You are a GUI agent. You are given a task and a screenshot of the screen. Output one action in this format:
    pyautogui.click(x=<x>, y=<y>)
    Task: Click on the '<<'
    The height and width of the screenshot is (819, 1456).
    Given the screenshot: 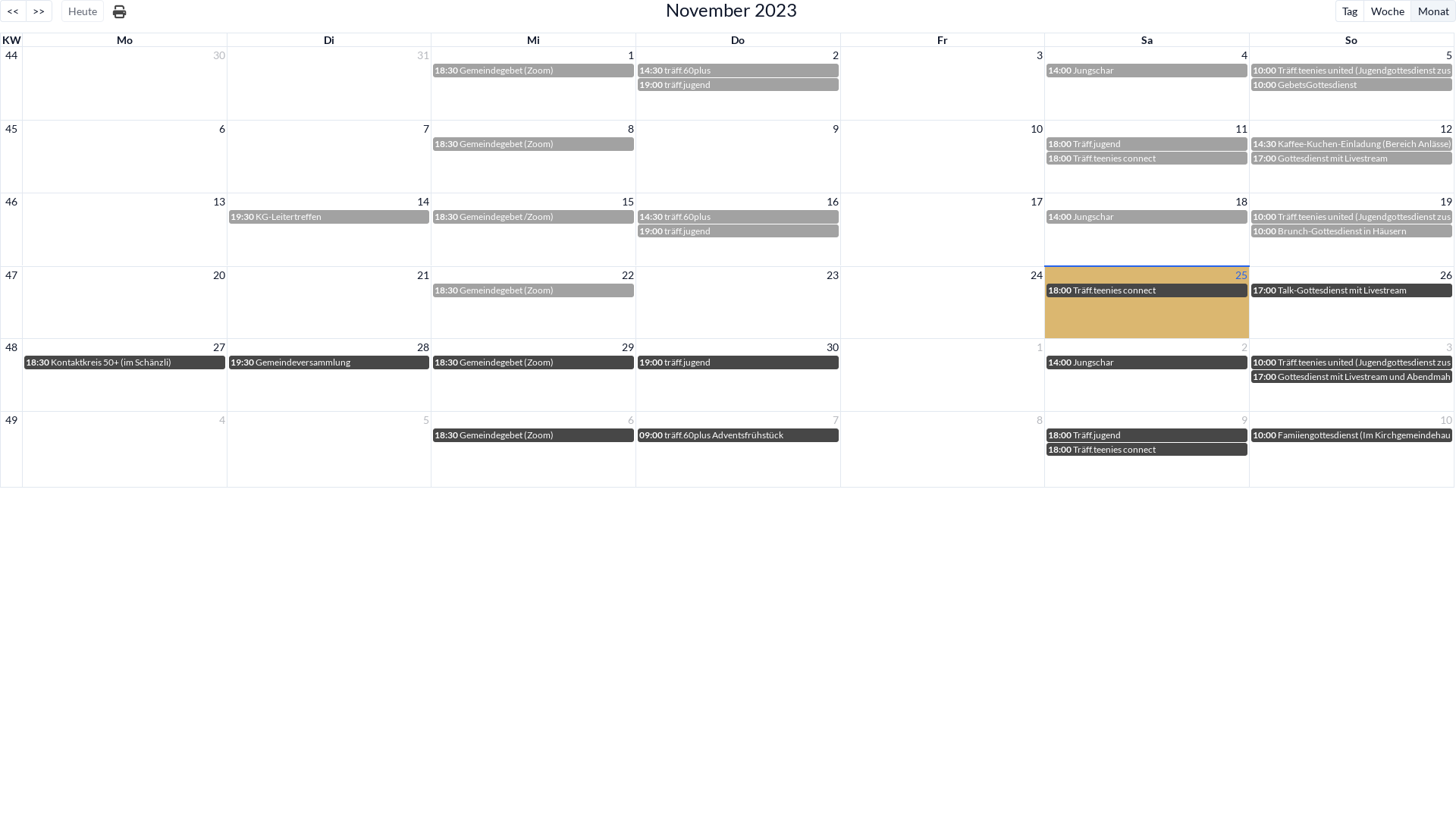 What is the action you would take?
    pyautogui.click(x=13, y=11)
    